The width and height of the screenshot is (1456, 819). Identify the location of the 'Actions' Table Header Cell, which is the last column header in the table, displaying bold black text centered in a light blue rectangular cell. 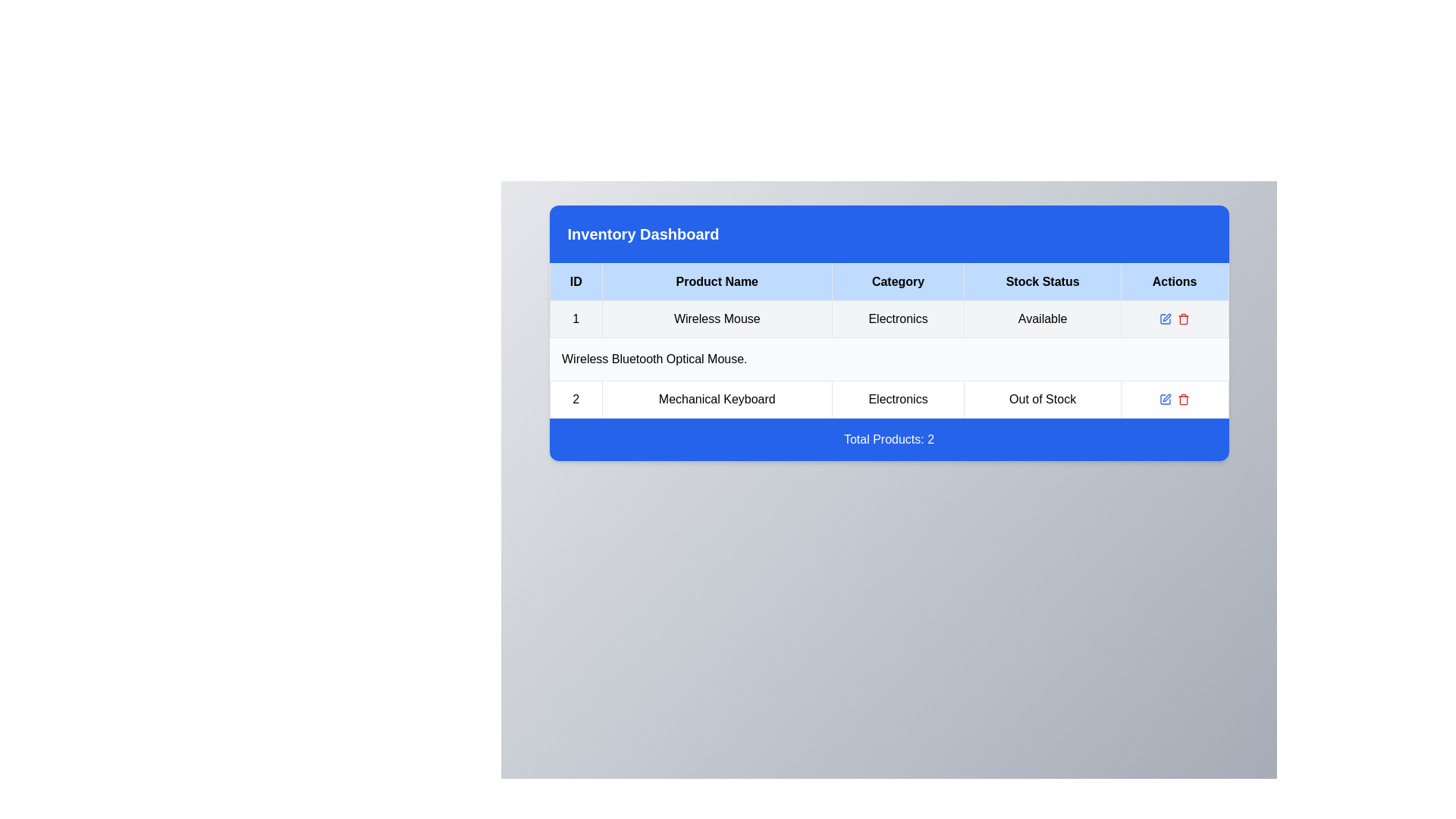
(1174, 281).